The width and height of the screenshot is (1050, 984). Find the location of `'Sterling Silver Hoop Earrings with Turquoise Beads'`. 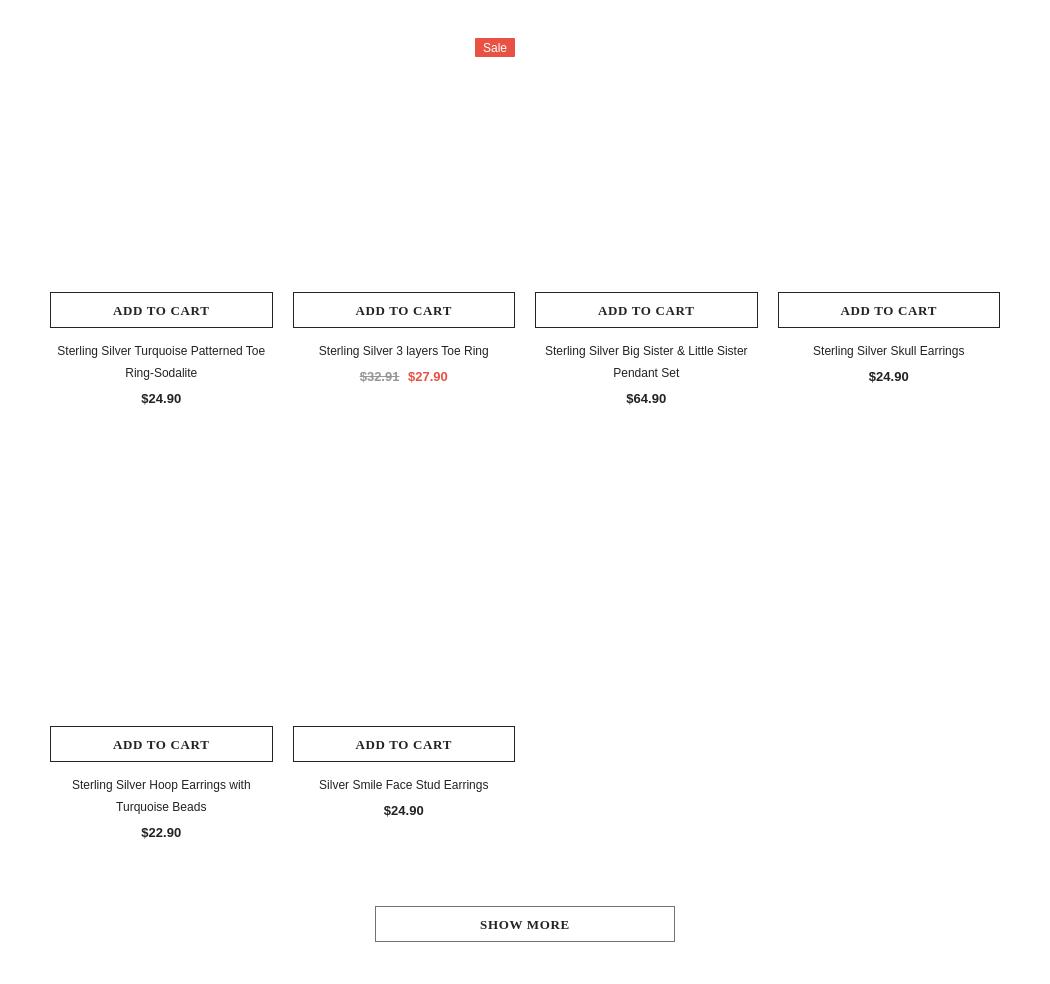

'Sterling Silver Hoop Earrings with Turquoise Beads' is located at coordinates (160, 794).